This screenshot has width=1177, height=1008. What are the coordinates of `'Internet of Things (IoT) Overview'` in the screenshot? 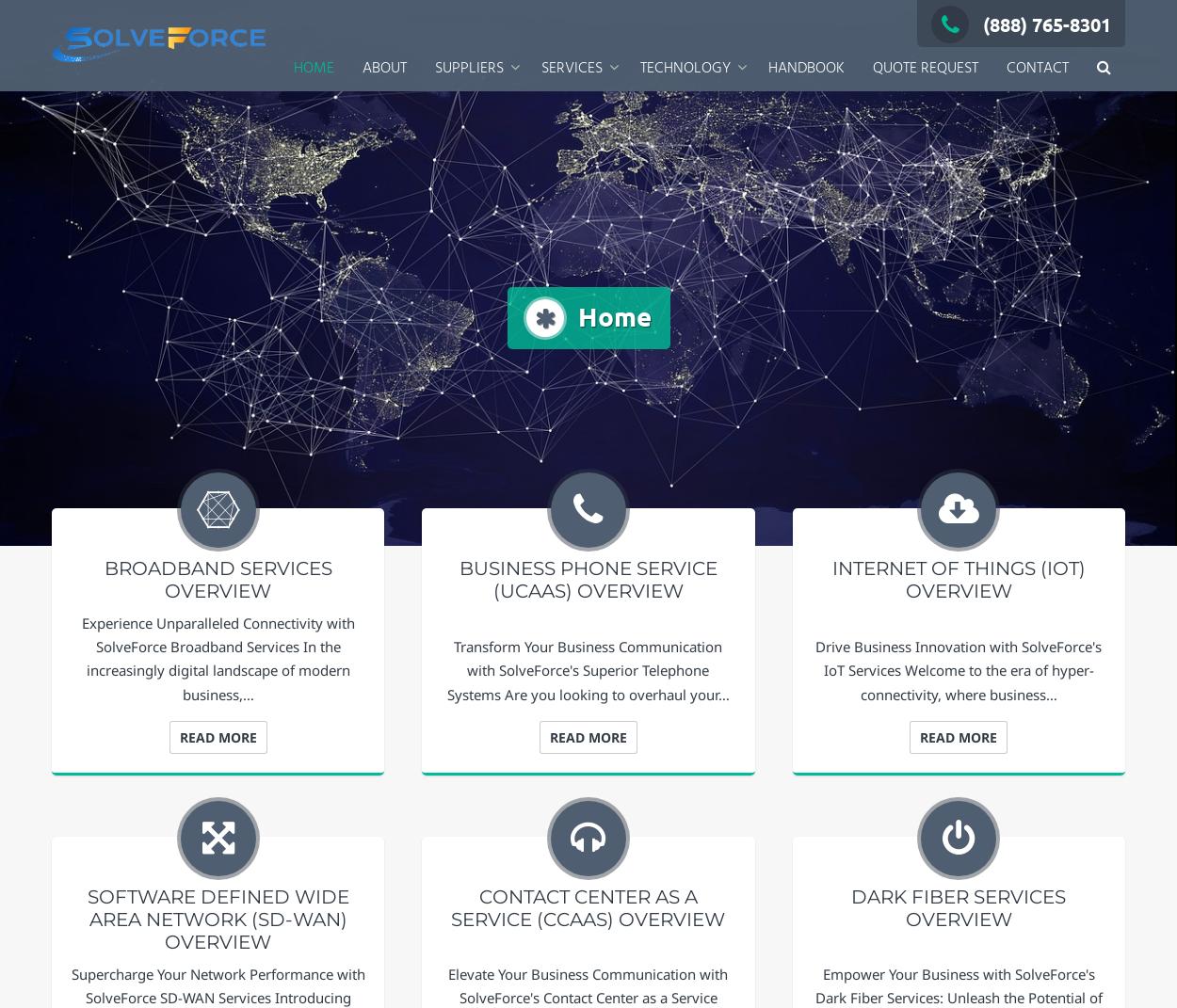 It's located at (958, 579).